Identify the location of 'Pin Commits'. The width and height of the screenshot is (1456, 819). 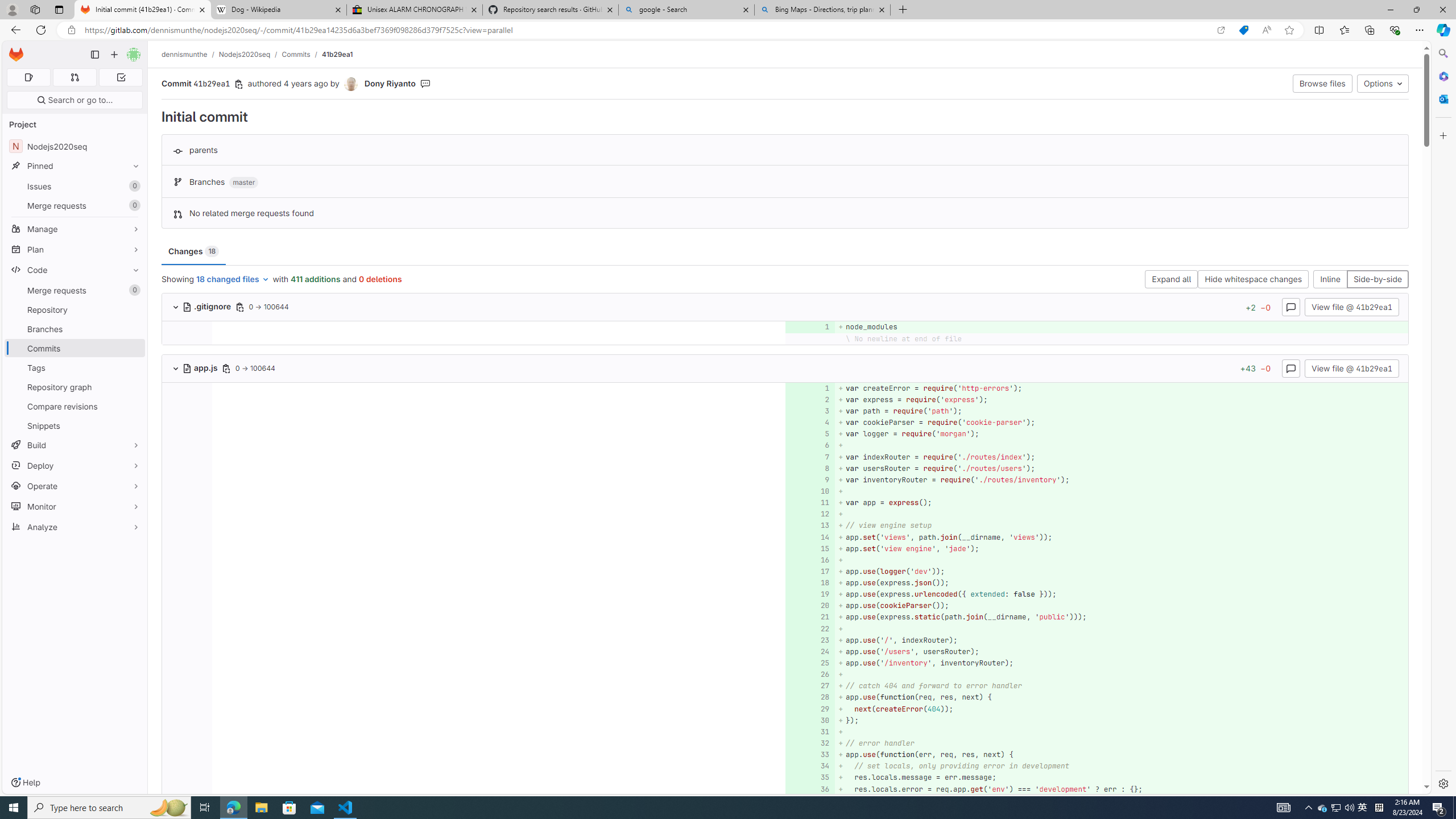
(133, 348).